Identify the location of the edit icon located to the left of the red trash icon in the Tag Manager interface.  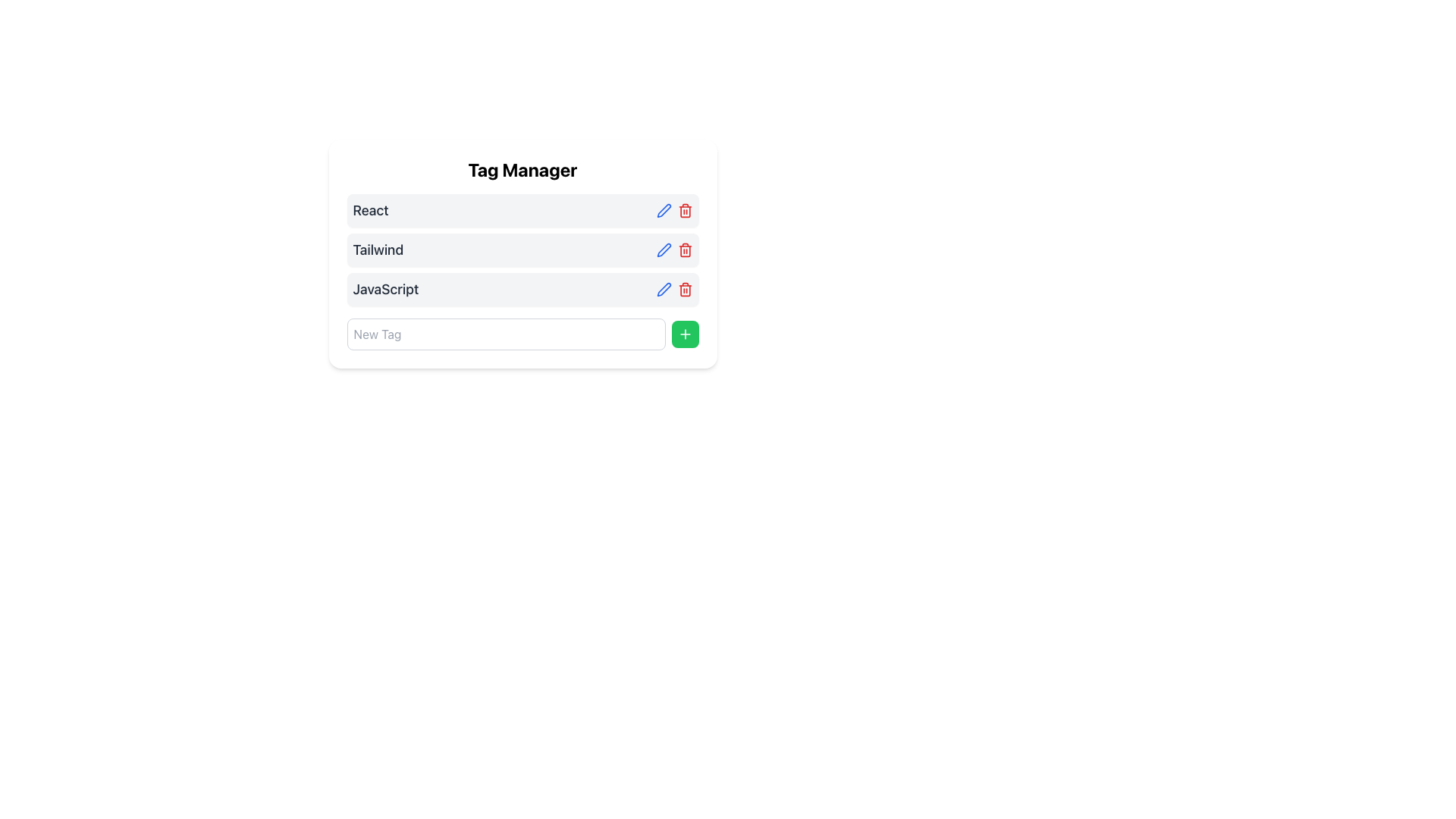
(664, 249).